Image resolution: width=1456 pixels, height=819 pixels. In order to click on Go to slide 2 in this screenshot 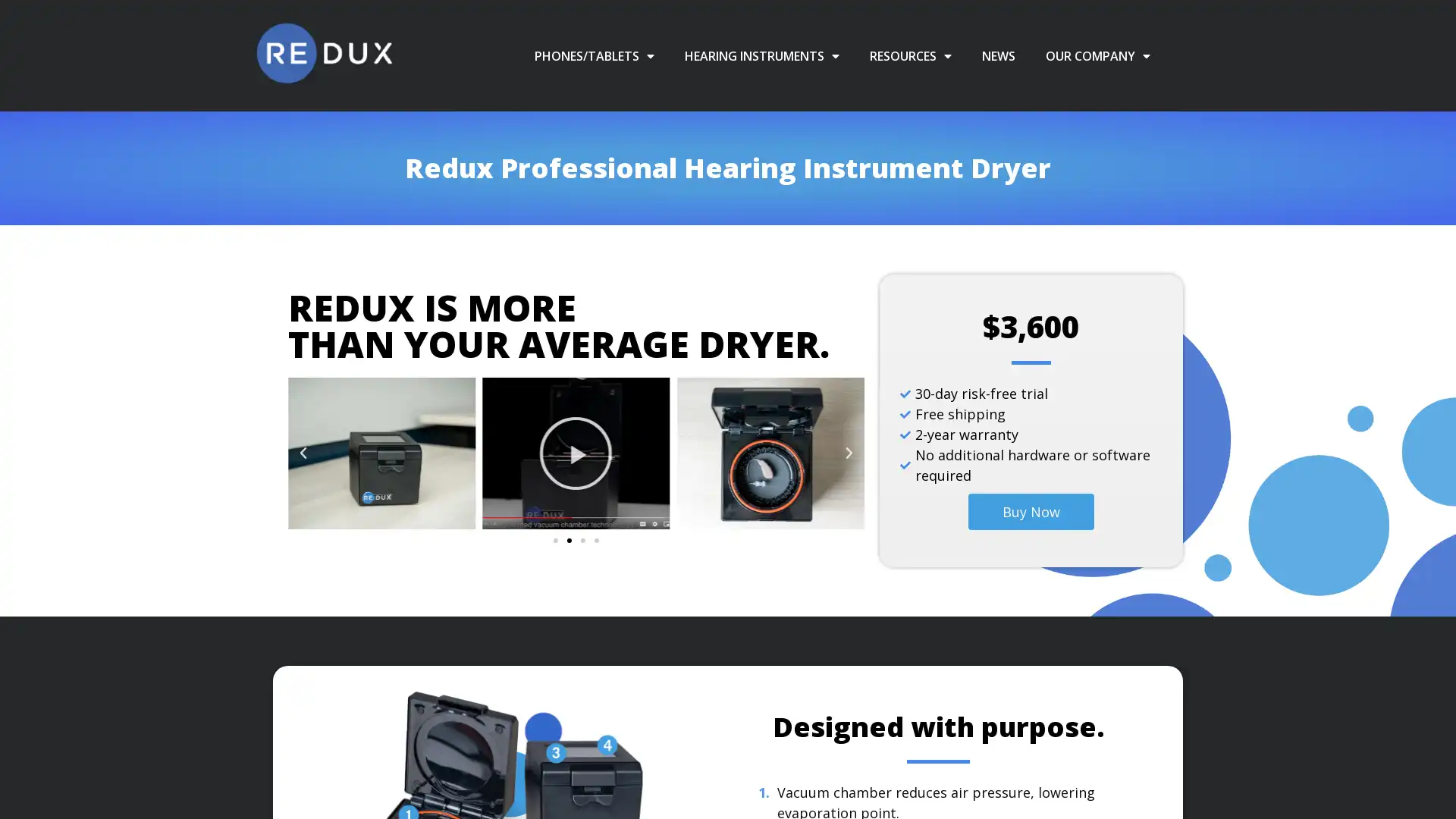, I will do `click(567, 540)`.